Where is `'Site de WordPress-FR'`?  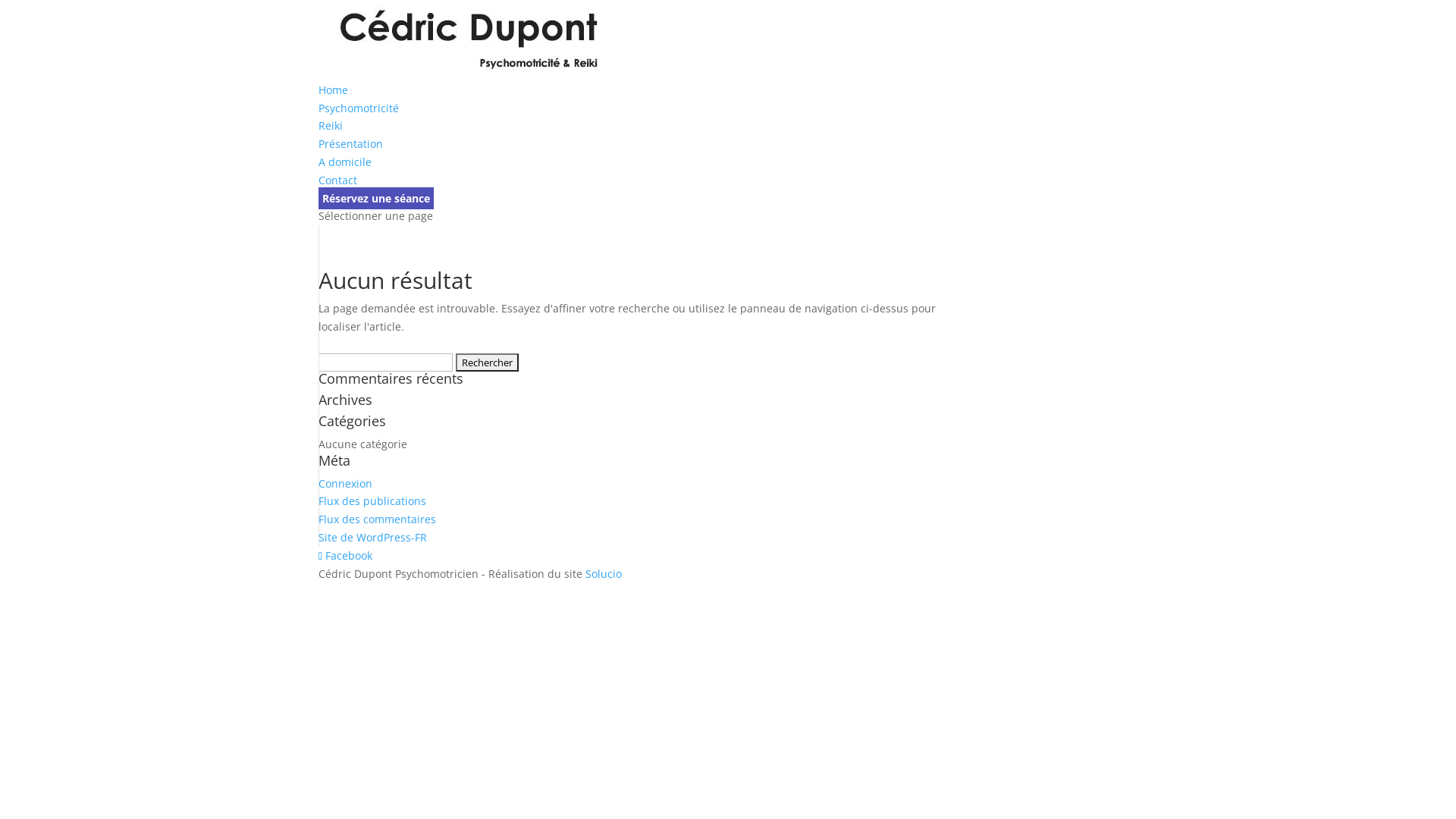 'Site de WordPress-FR' is located at coordinates (372, 536).